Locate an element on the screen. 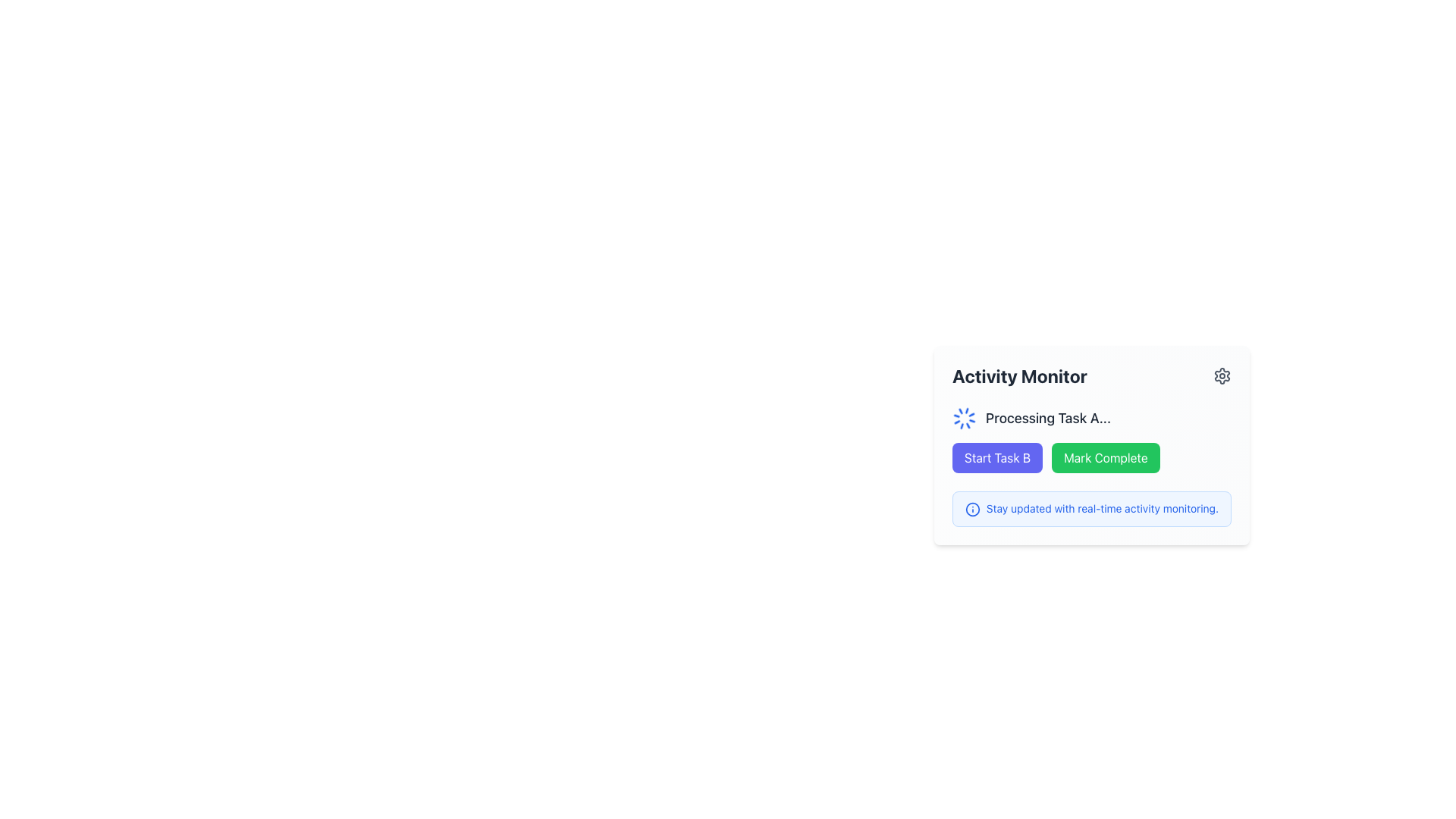 The width and height of the screenshot is (1456, 819). displayed information from the Text with Icon indicating that 'Task A' is currently in progress, located in the top section of the 'Activity Monitor' card is located at coordinates (1092, 418).